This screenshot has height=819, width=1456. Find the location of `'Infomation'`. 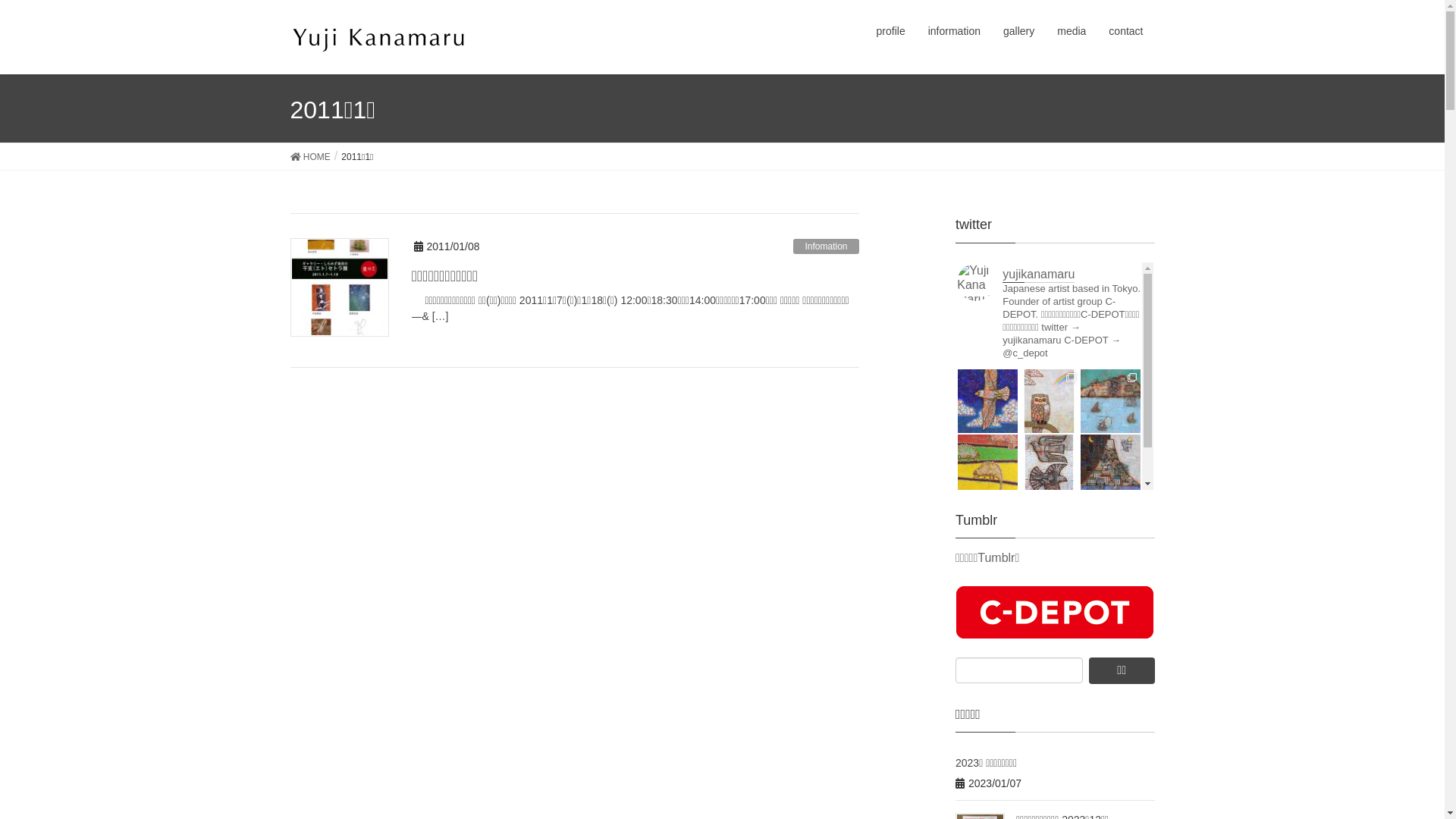

'Infomation' is located at coordinates (825, 245).